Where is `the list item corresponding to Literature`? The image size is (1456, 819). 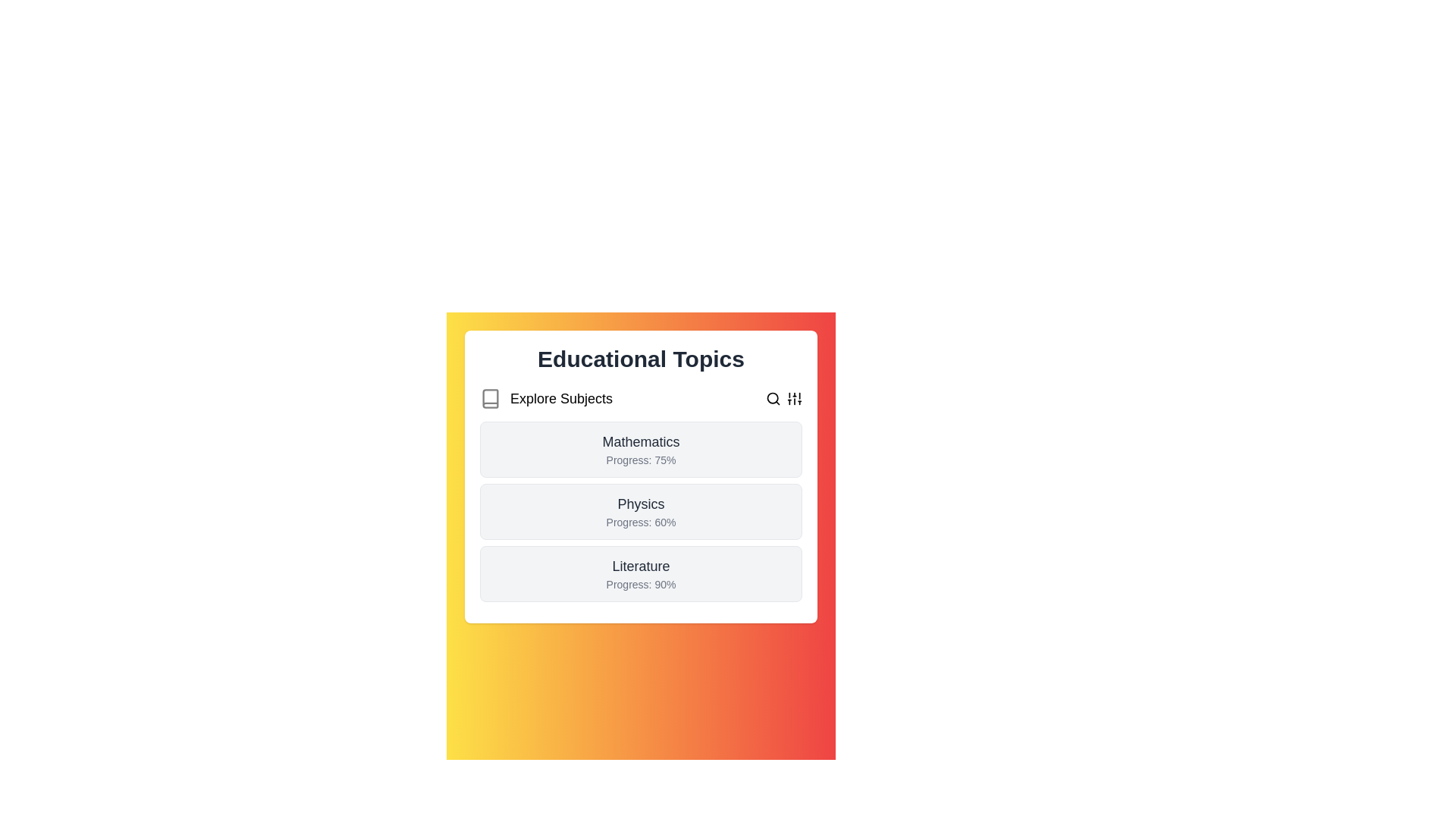 the list item corresponding to Literature is located at coordinates (641, 573).